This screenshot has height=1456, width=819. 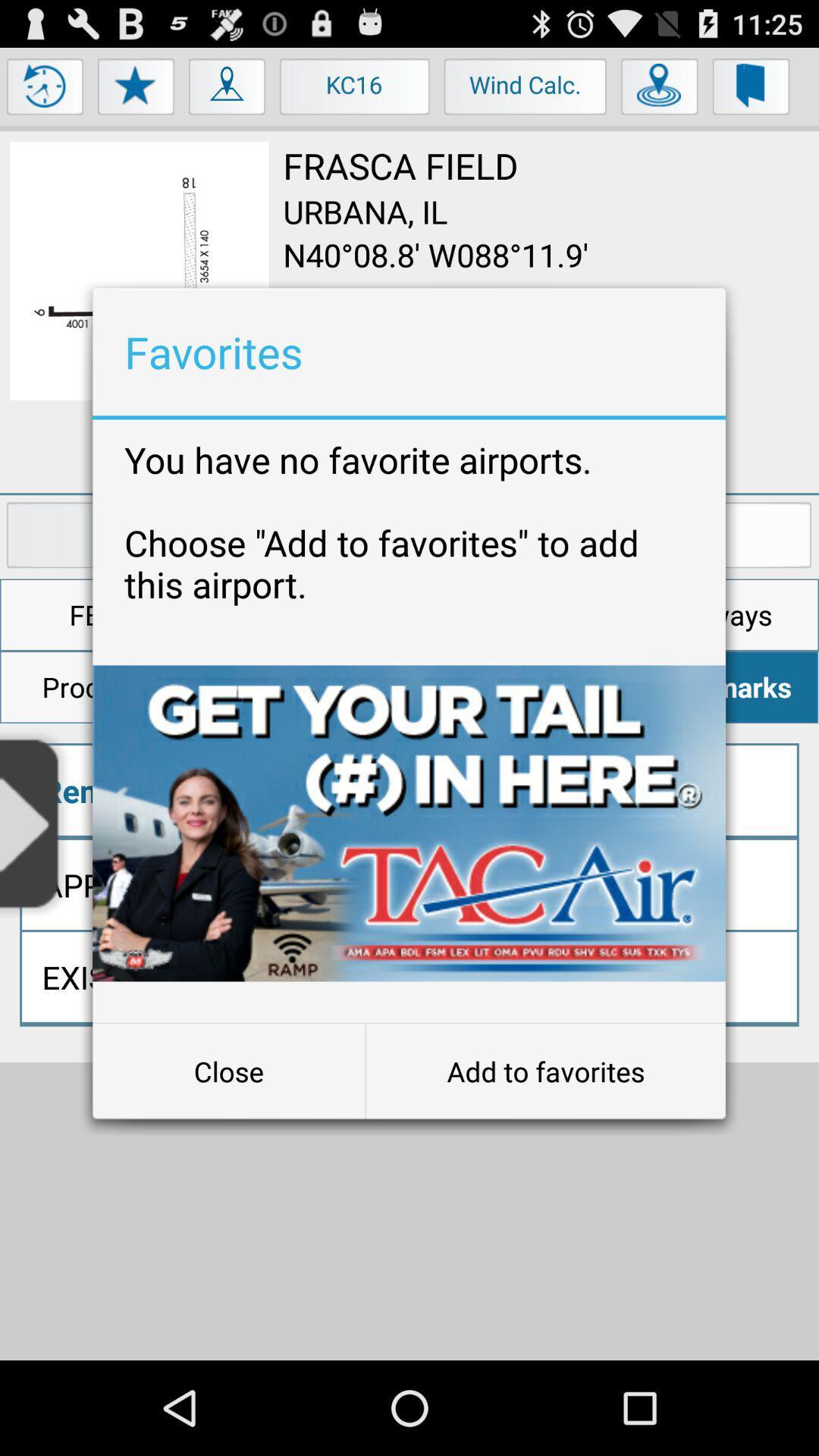 What do you see at coordinates (408, 822) in the screenshot?
I see `icon above the close` at bounding box center [408, 822].